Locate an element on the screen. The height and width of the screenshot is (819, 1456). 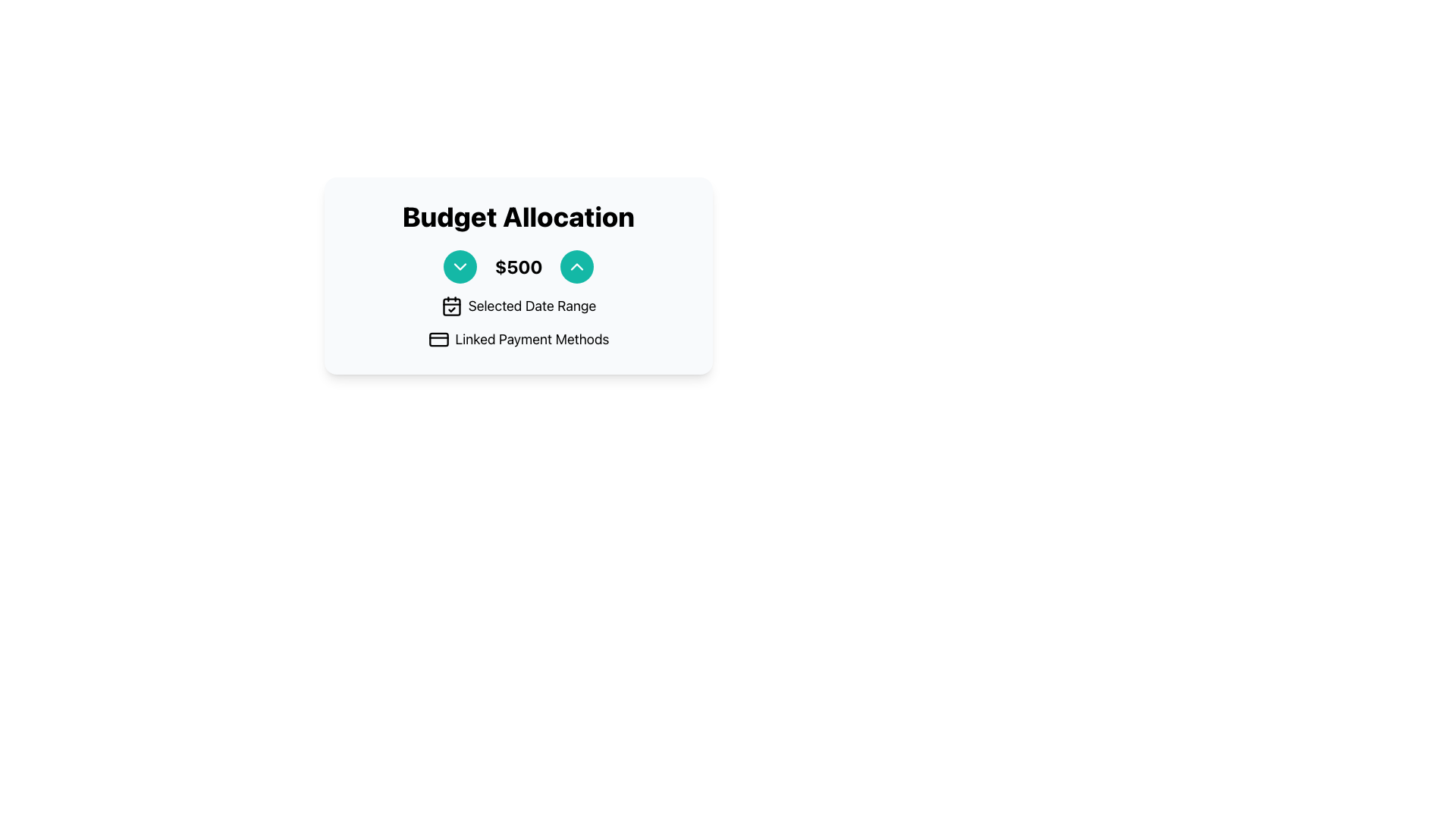
the Text Label displaying the dollar amount ('$500') in the 'Budget Allocation' layout is located at coordinates (519, 265).